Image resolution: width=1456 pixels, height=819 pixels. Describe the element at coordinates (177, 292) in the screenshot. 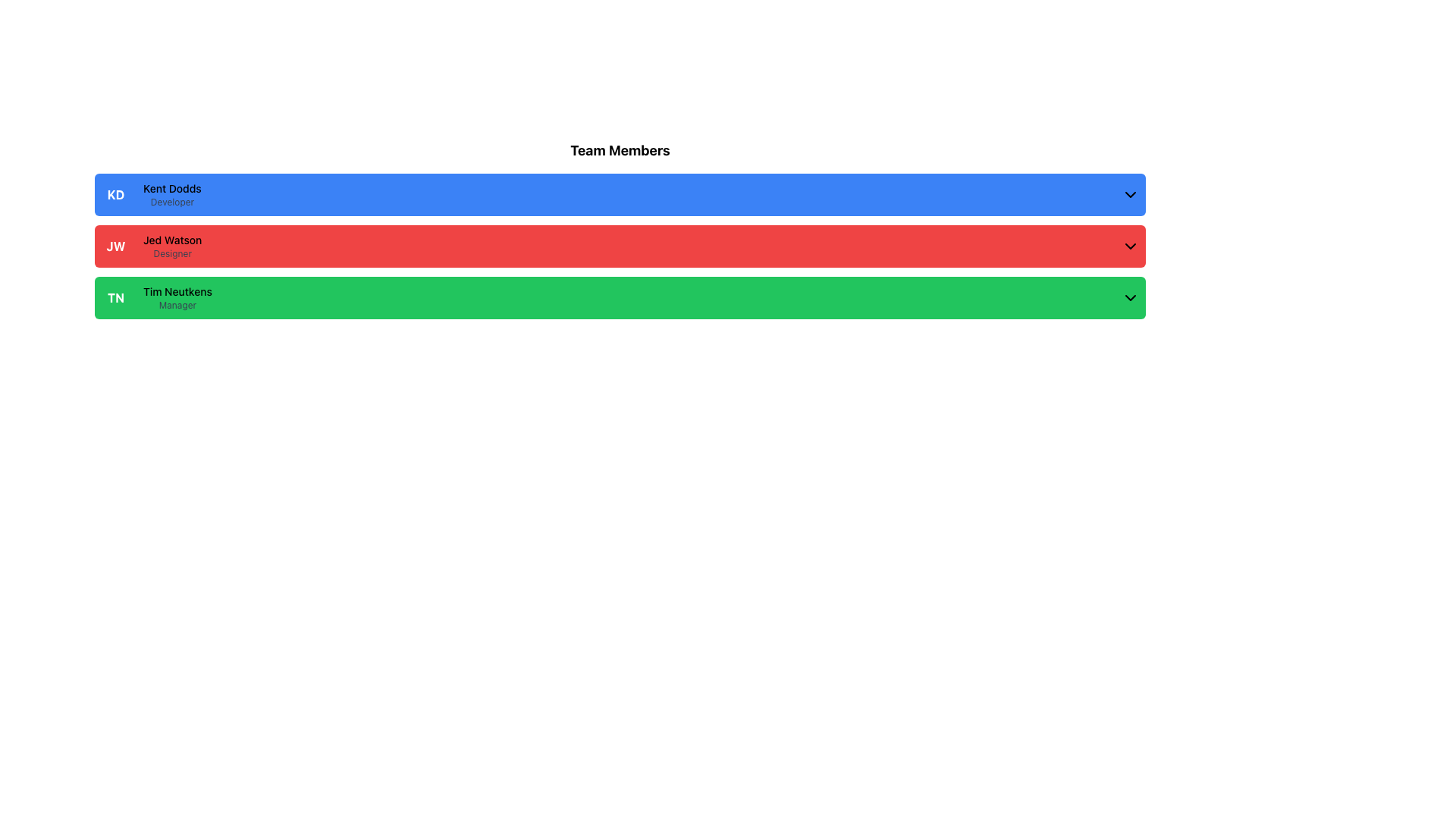

I see `the text label identifying 'Tim Neutkens' located in the green section labeled 'TN', positioned above the text 'Manager'` at that location.